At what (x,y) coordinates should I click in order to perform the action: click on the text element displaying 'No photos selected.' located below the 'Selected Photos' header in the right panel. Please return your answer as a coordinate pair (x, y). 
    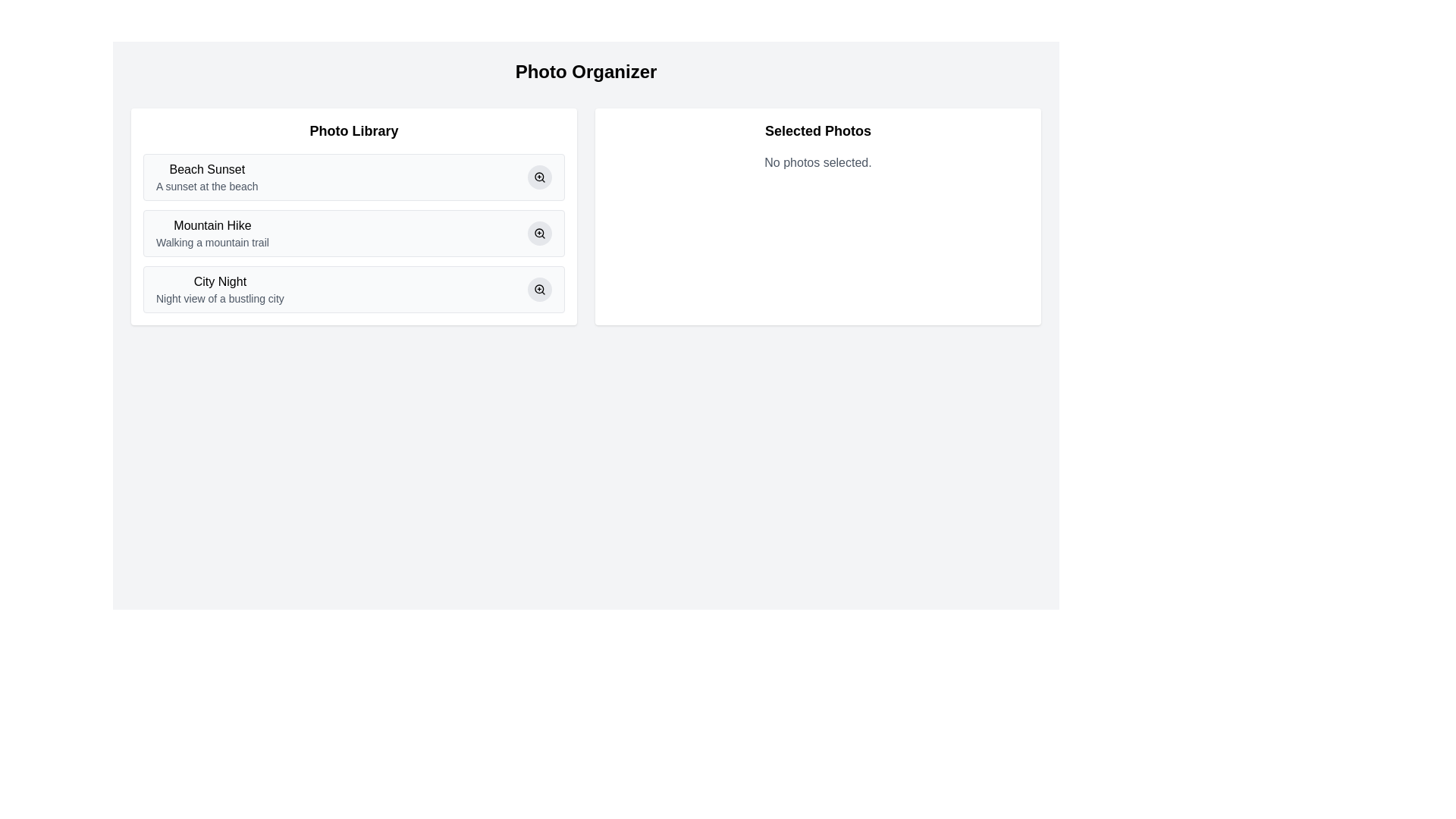
    Looking at the image, I should click on (817, 163).